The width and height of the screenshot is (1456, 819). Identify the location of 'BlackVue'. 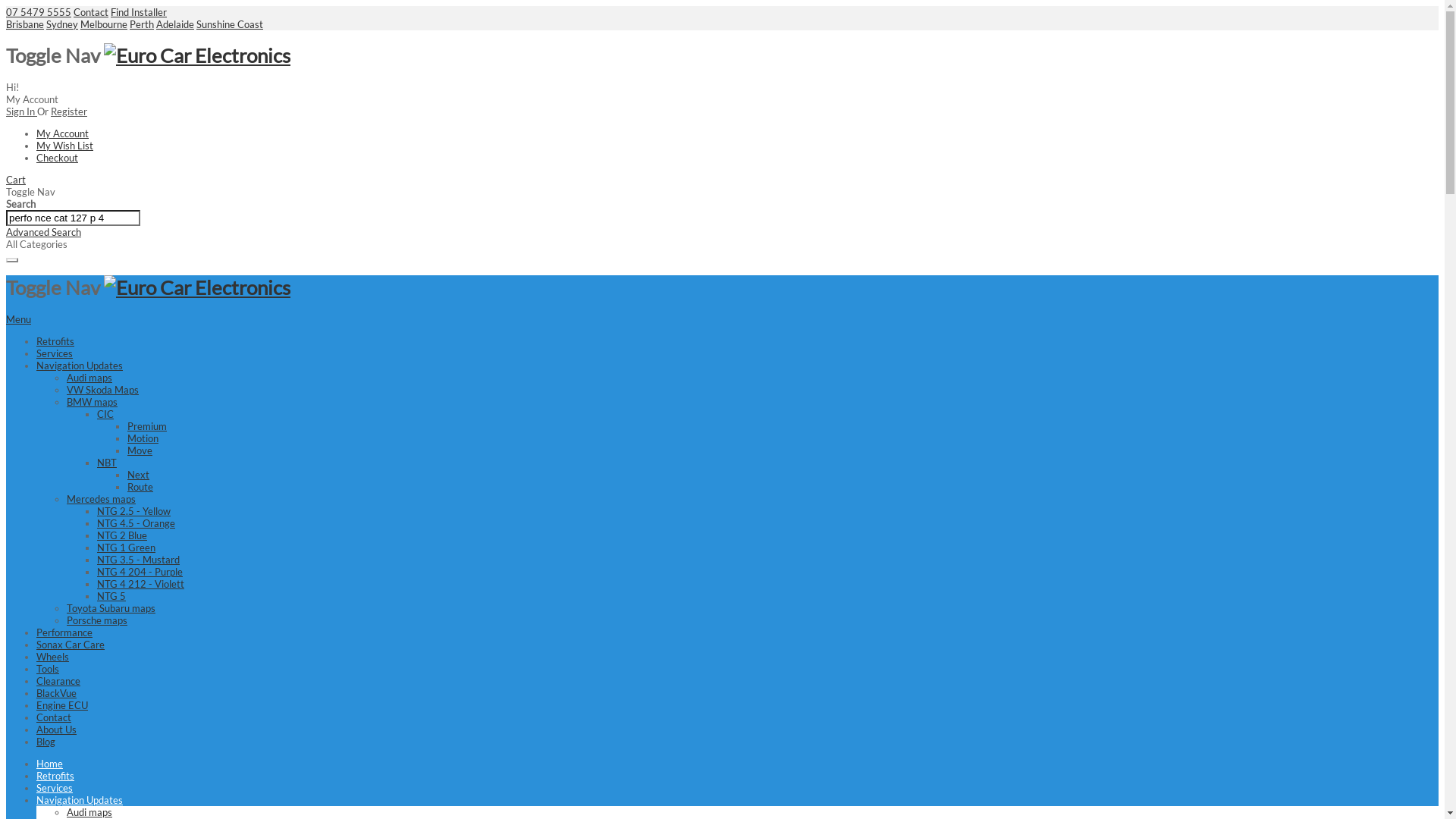
(56, 693).